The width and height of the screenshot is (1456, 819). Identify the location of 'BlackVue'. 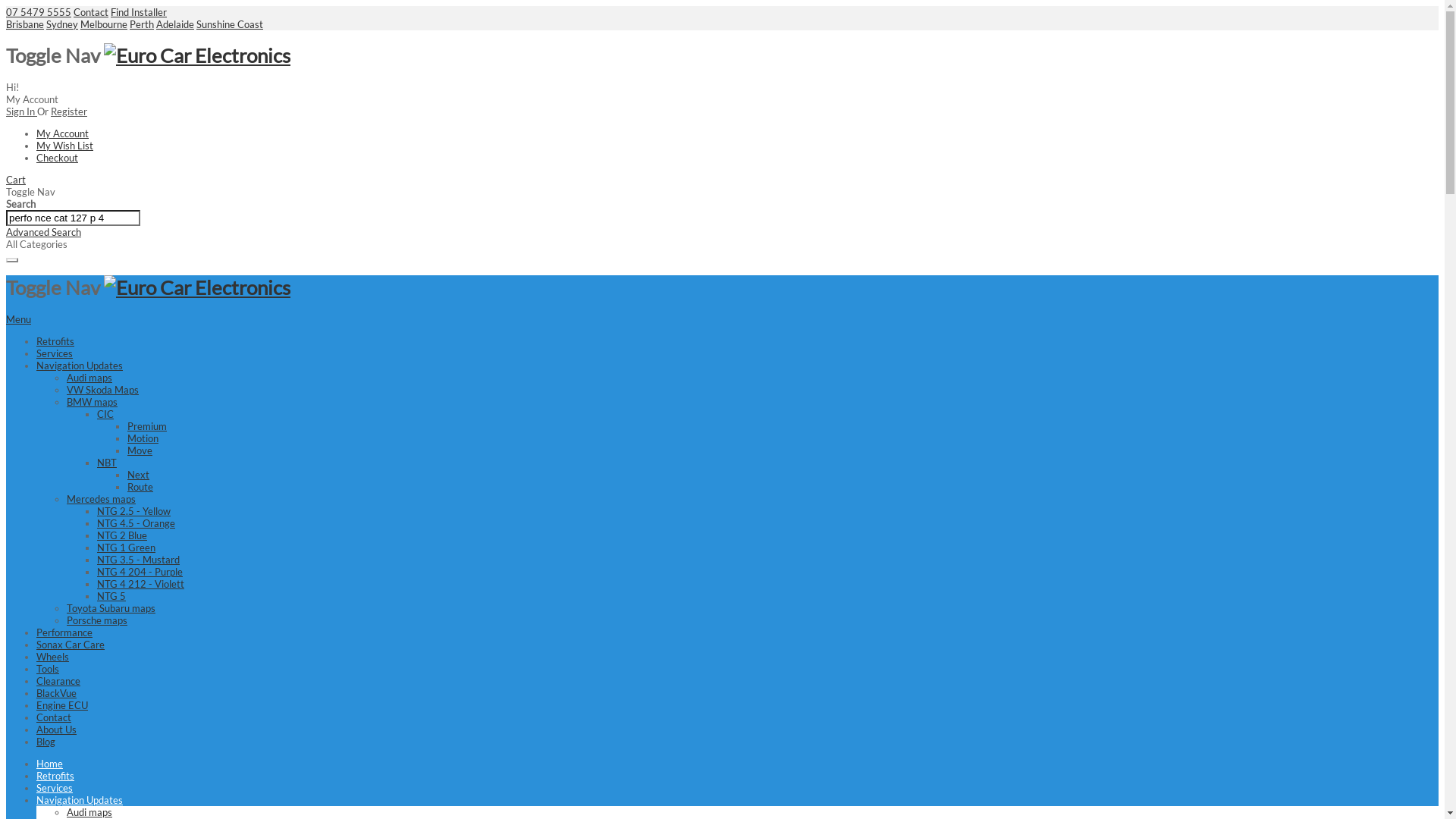
(56, 693).